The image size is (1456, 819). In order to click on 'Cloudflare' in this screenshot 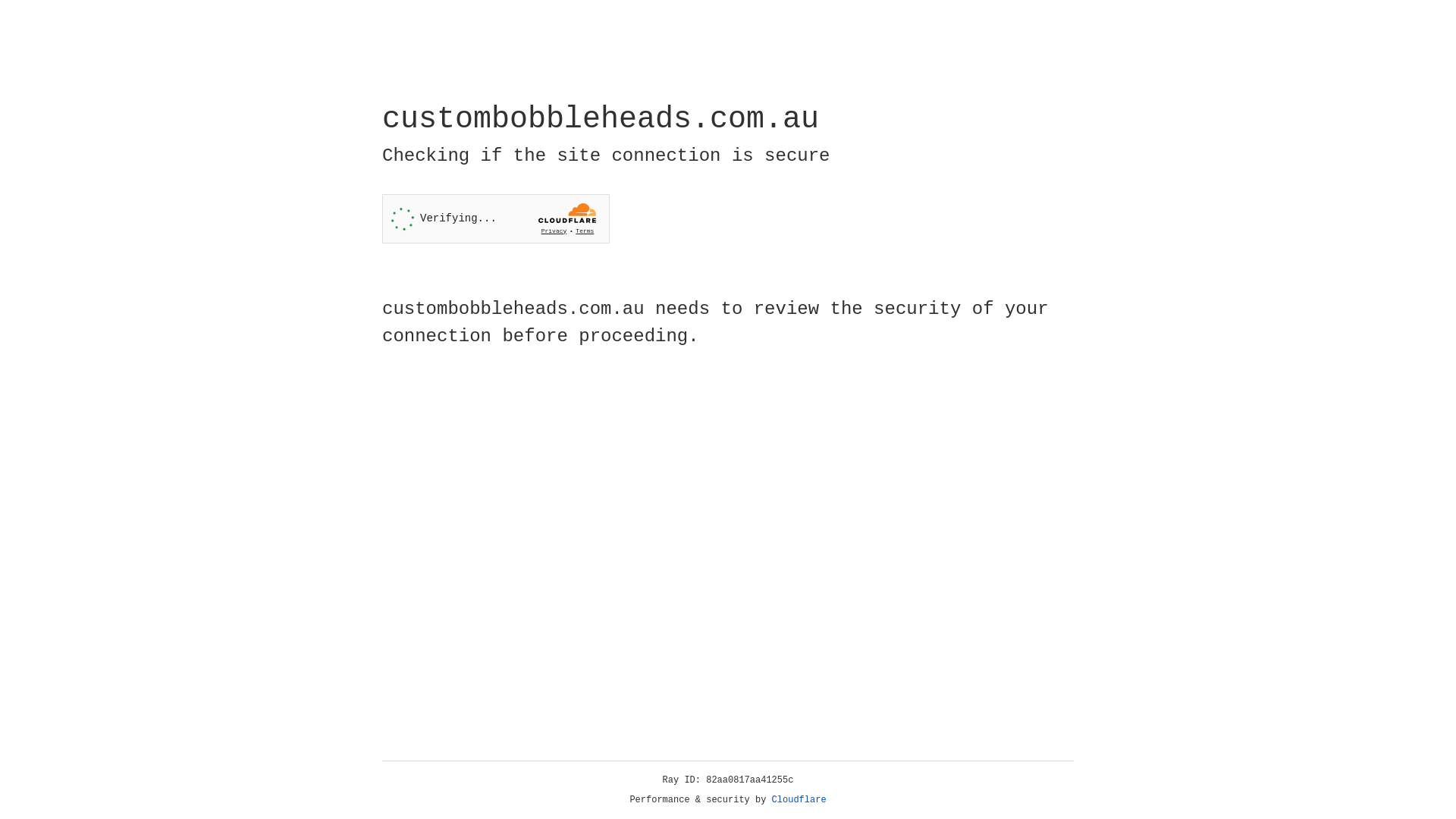, I will do `click(771, 799)`.